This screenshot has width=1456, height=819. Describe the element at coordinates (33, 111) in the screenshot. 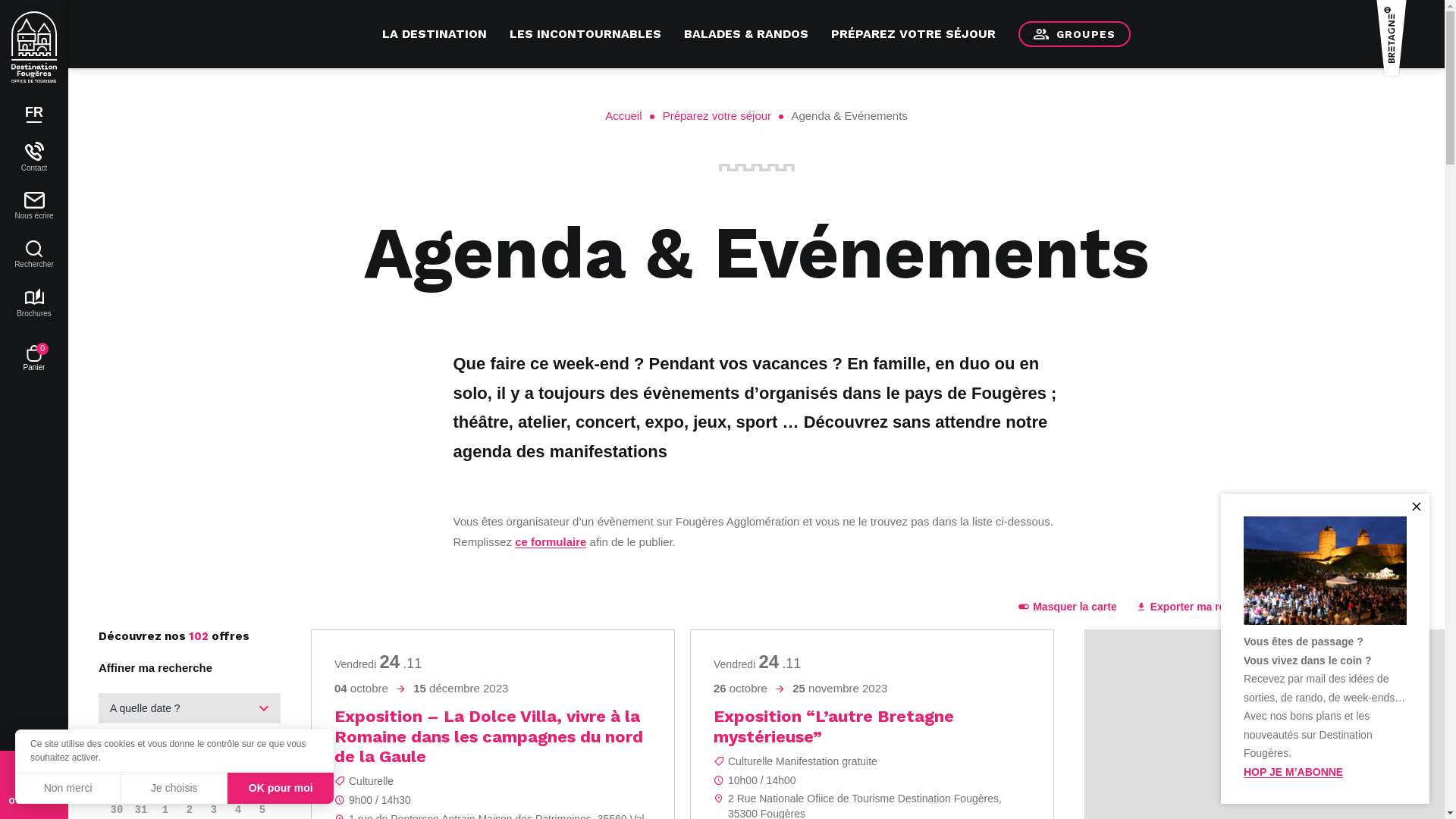

I see `'FR'` at that location.